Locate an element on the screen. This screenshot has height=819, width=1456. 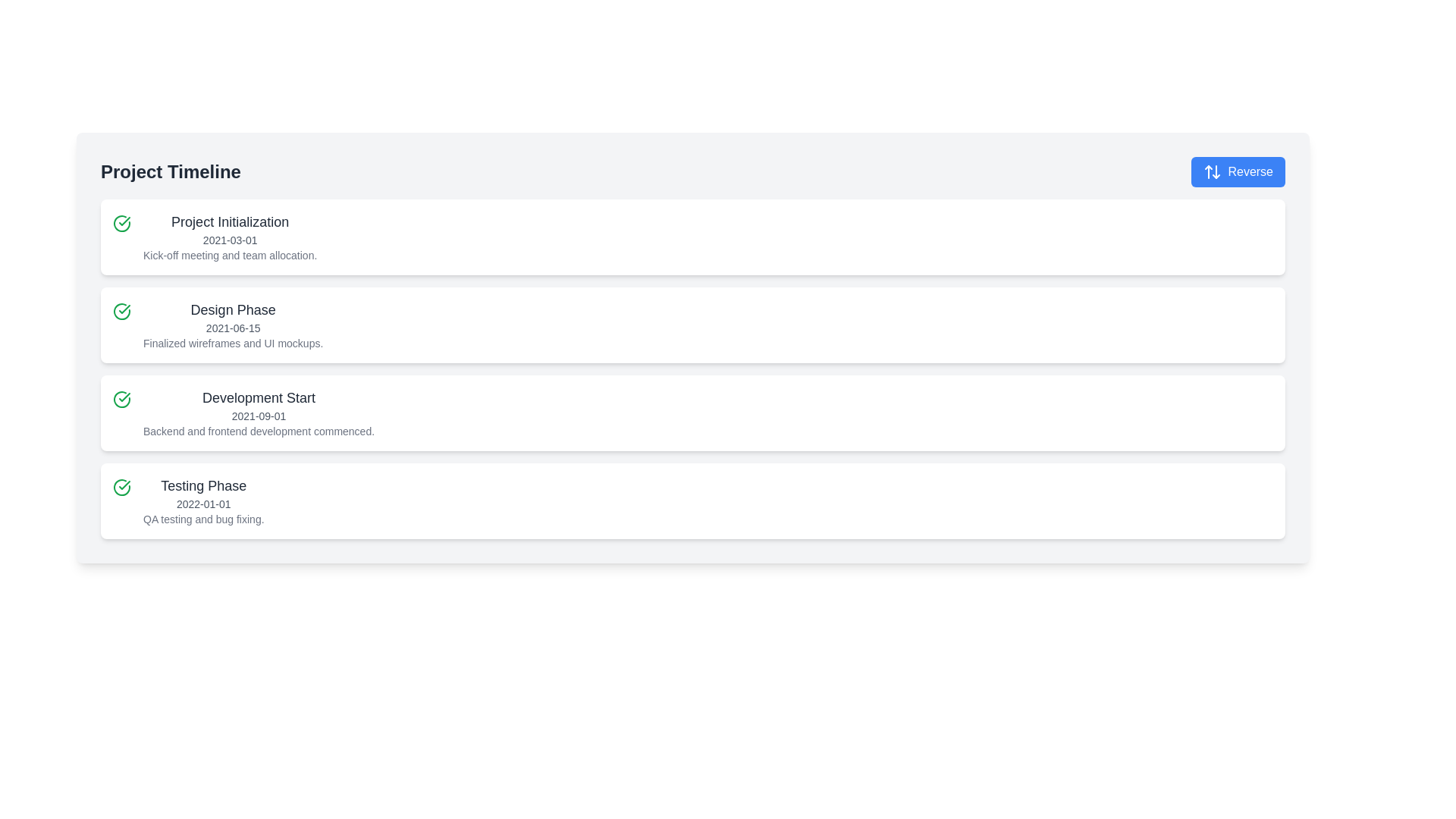
text content of the title label for the first timeline entry, which provides the name or phase of a project stage is located at coordinates (229, 222).